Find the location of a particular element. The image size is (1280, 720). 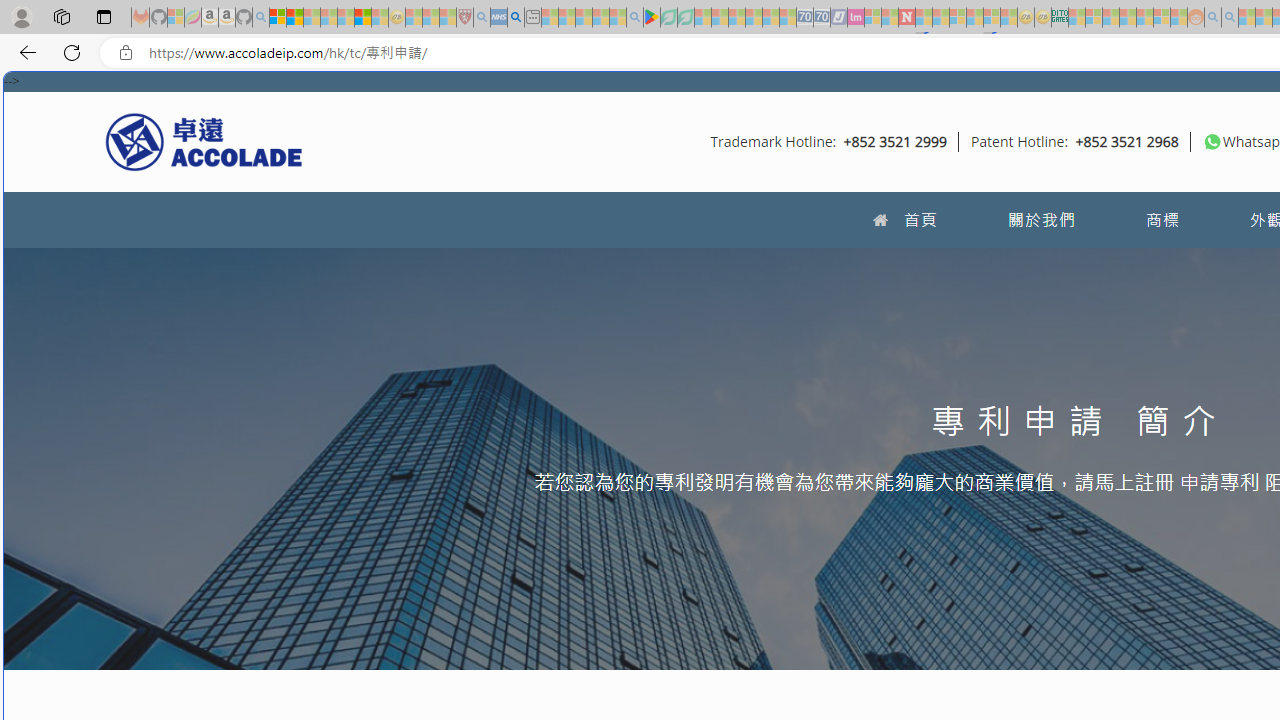

'DITOGAMES AG Imprint' is located at coordinates (1058, 17).